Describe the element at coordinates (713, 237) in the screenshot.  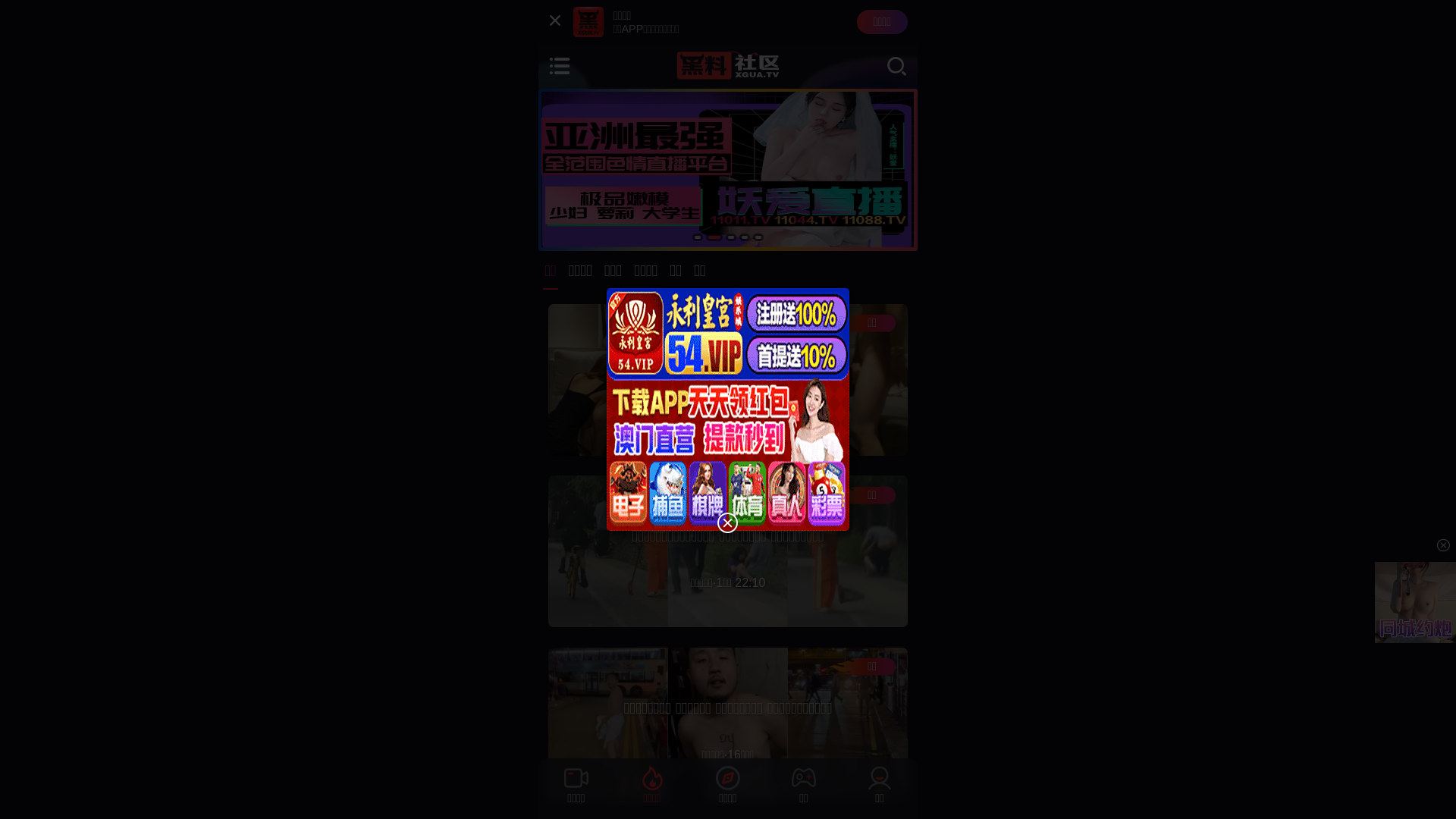
I see `'2'` at that location.